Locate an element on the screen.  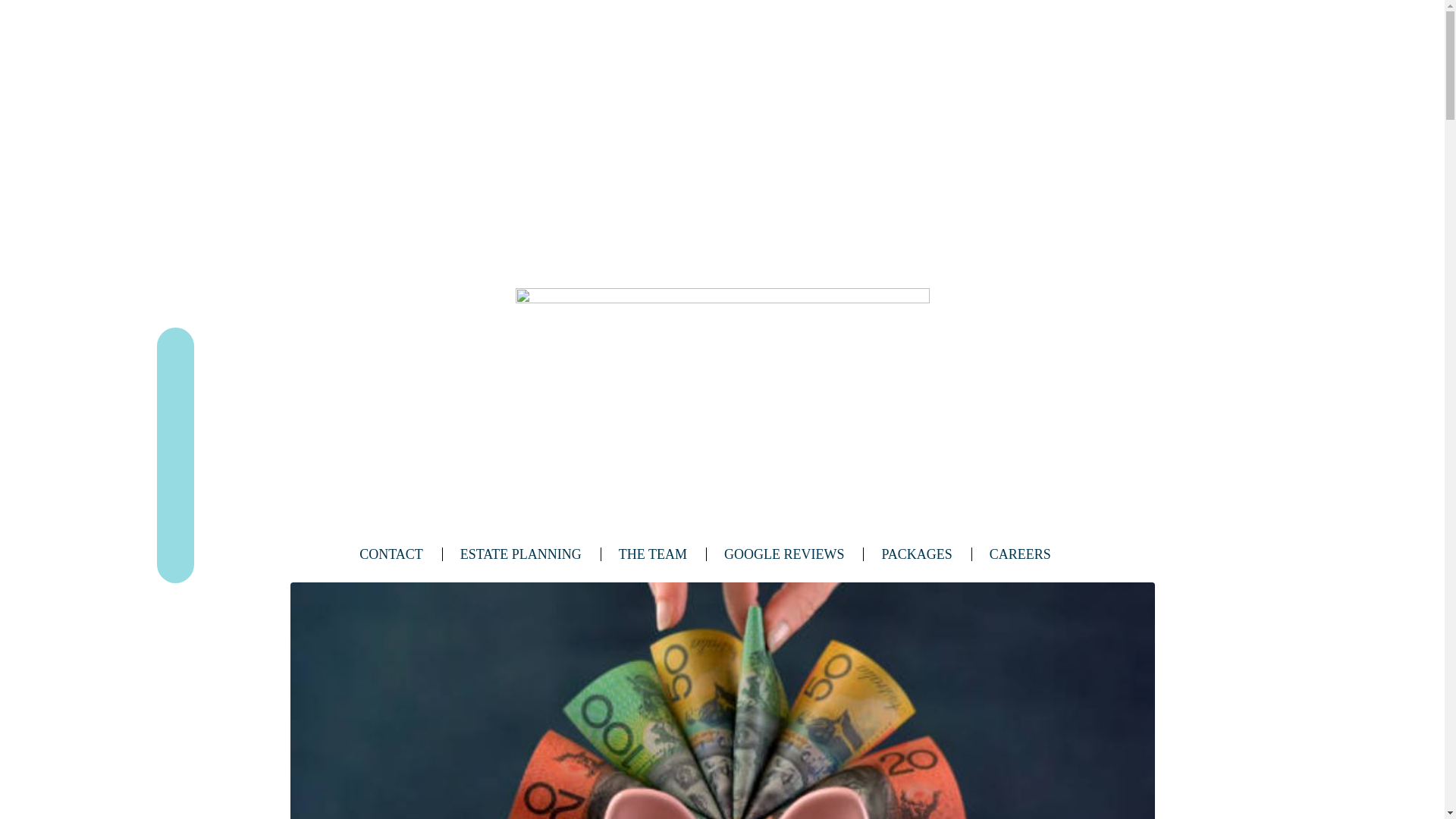
'ESTATE PLANNING' is located at coordinates (531, 554).